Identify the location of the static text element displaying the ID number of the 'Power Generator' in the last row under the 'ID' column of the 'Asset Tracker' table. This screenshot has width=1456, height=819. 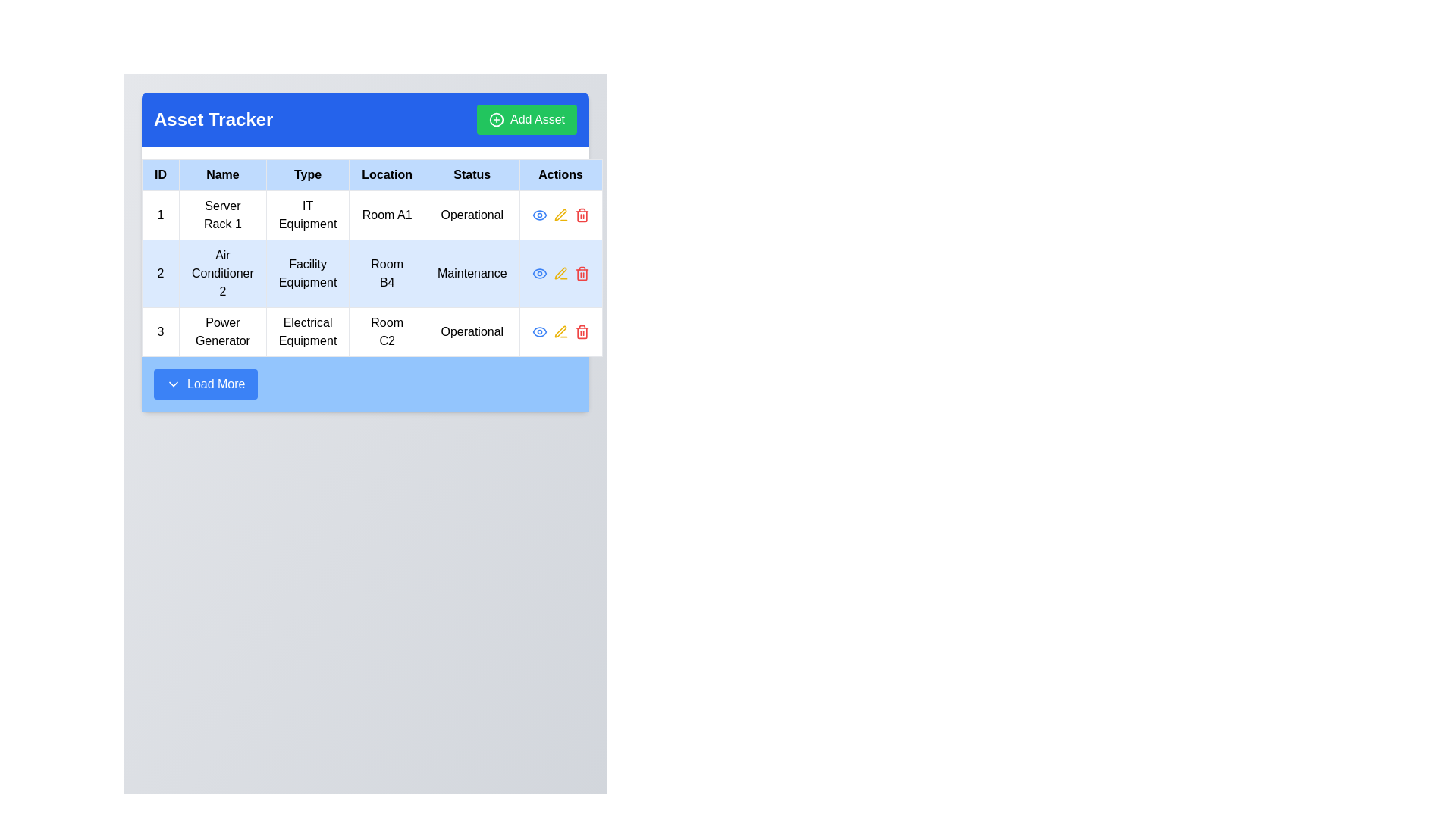
(160, 331).